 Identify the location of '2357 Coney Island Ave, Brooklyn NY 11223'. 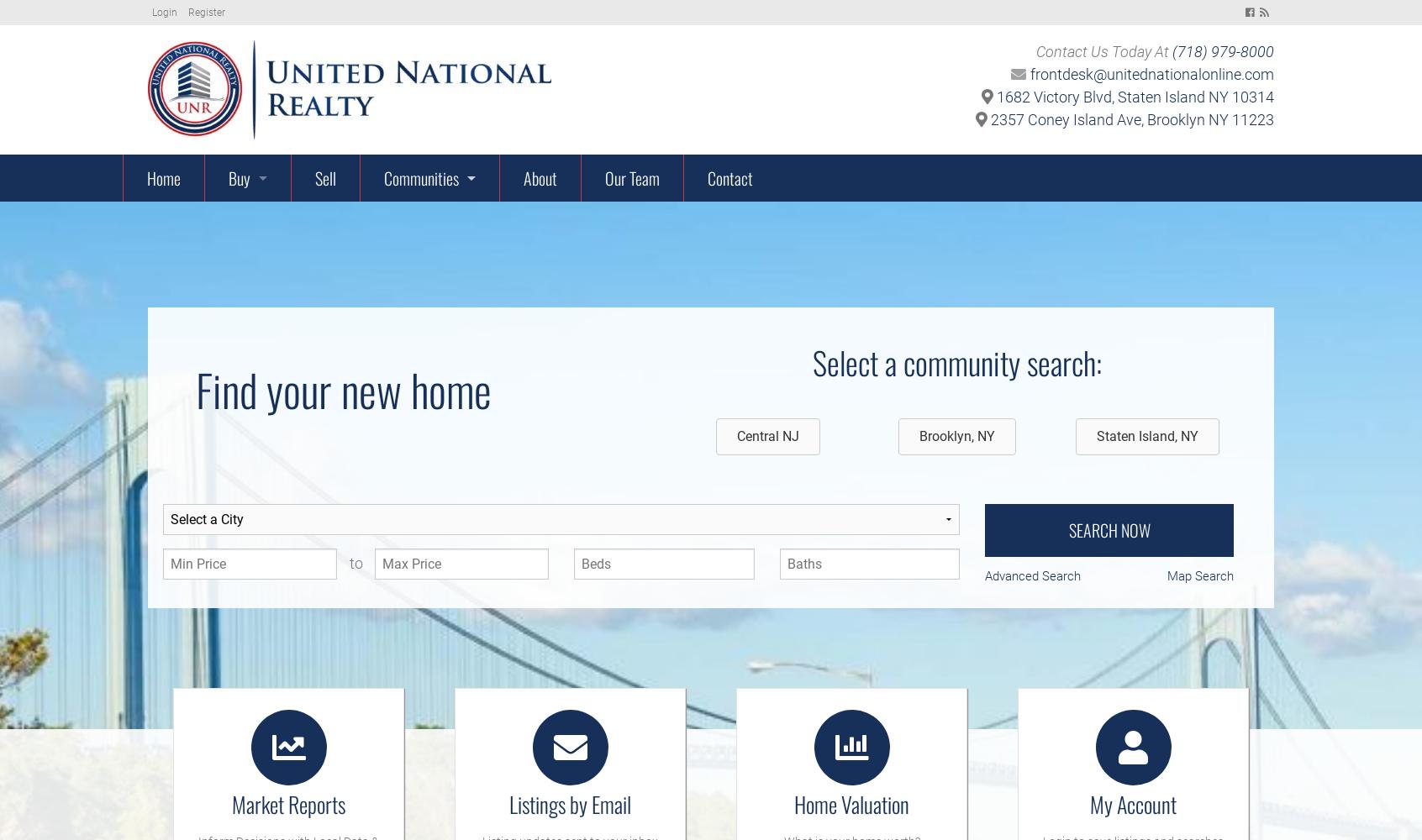
(1130, 119).